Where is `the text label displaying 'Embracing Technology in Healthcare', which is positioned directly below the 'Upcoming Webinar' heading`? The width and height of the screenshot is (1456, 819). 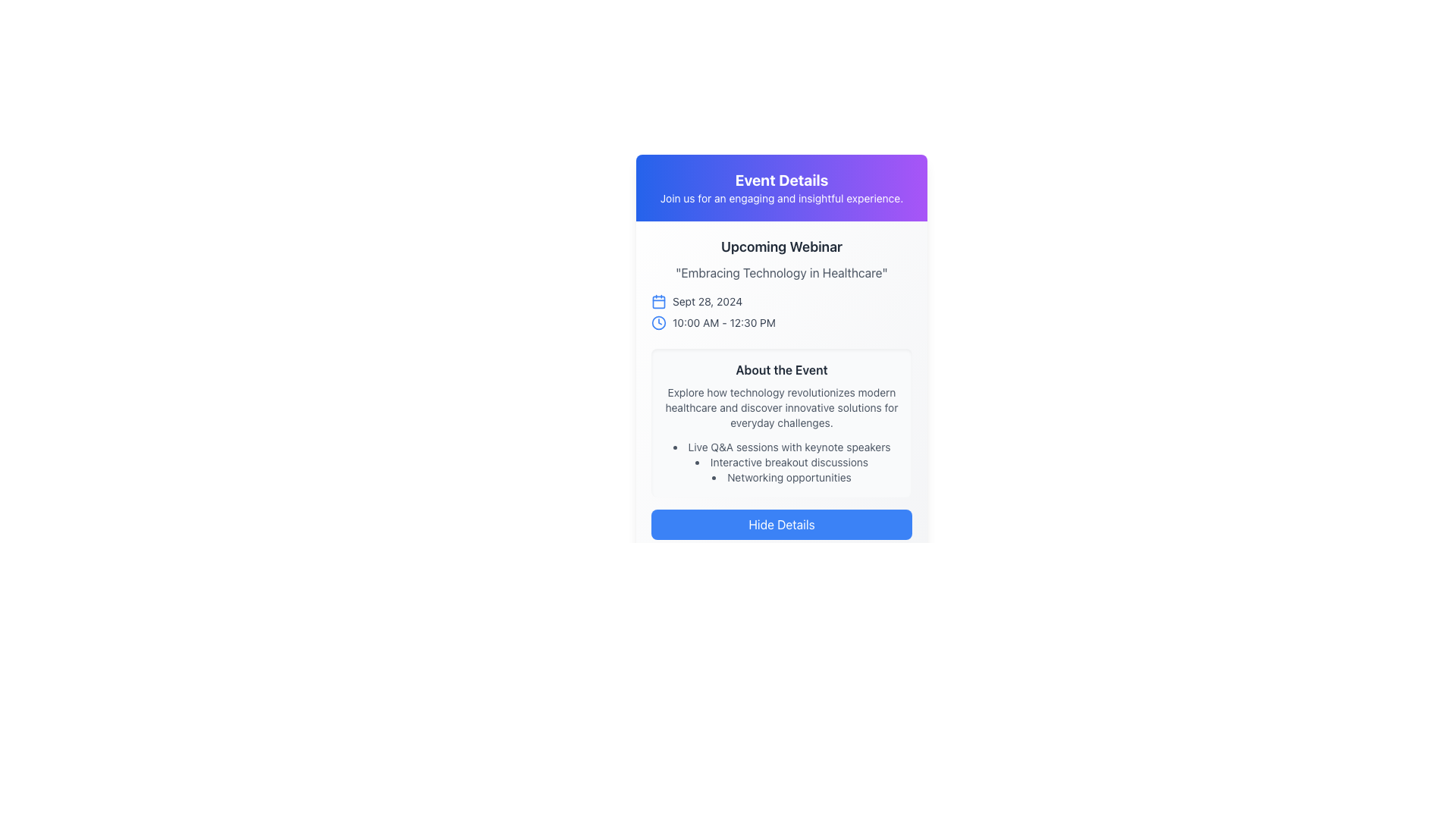
the text label displaying 'Embracing Technology in Healthcare', which is positioned directly below the 'Upcoming Webinar' heading is located at coordinates (782, 271).